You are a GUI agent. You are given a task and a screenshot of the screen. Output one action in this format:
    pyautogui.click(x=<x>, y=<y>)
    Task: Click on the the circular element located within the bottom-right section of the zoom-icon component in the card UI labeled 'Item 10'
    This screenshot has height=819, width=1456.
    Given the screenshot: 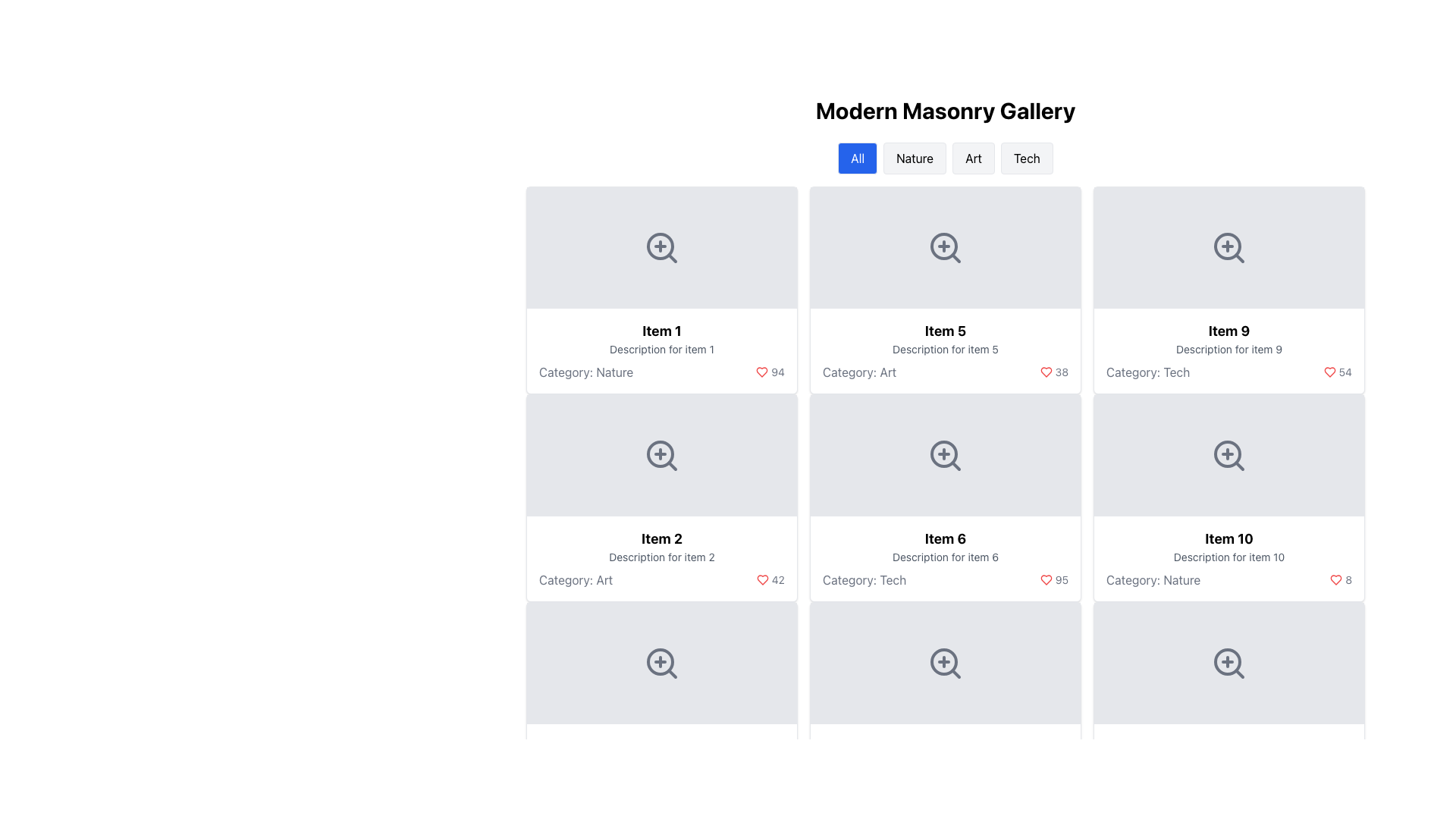 What is the action you would take?
    pyautogui.click(x=1227, y=661)
    